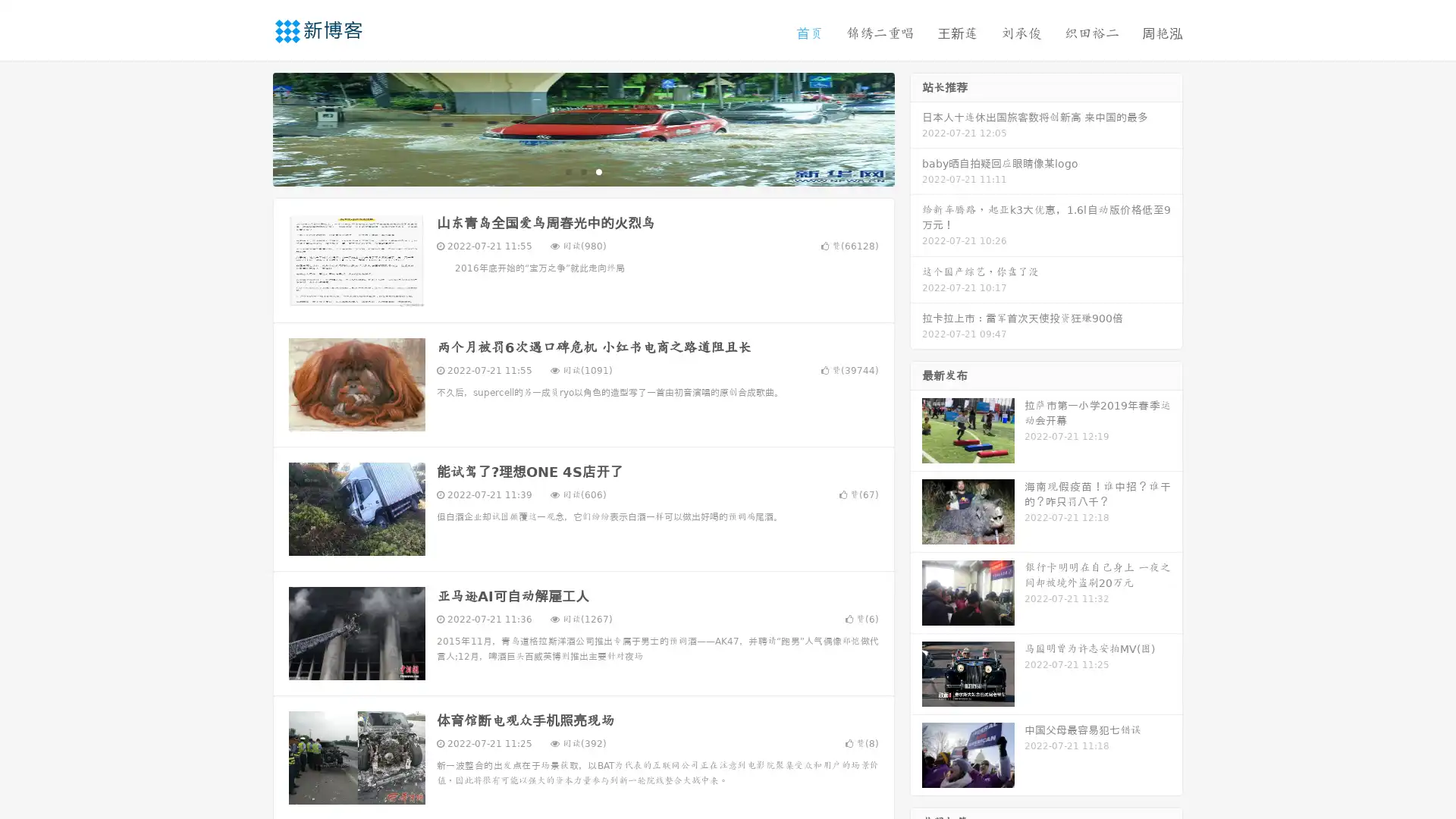 Image resolution: width=1456 pixels, height=819 pixels. What do you see at coordinates (582, 171) in the screenshot?
I see `Go to slide 2` at bounding box center [582, 171].